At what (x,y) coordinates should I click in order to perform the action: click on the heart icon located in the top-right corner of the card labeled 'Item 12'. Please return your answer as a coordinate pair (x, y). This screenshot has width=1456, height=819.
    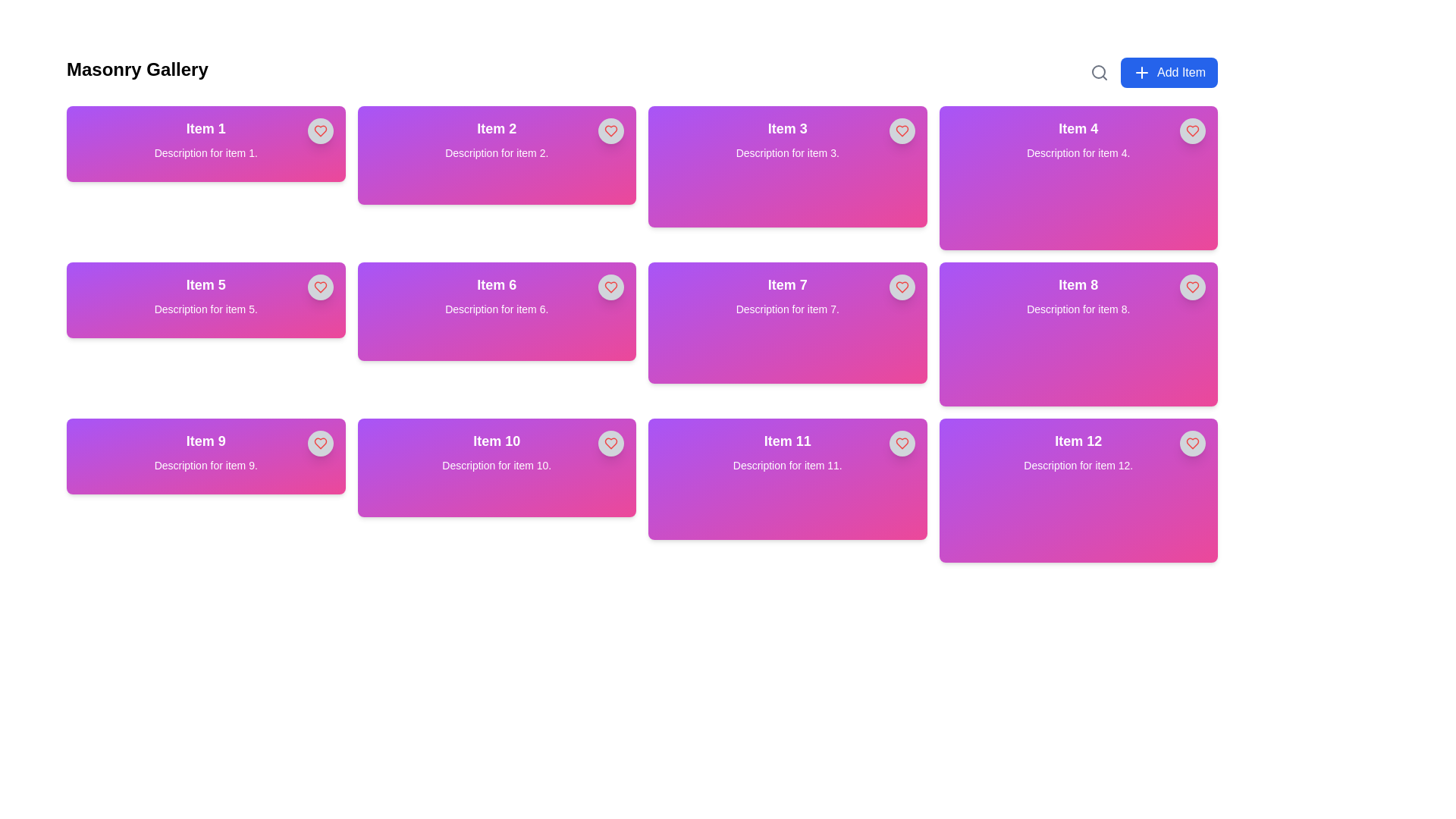
    Looking at the image, I should click on (1192, 444).